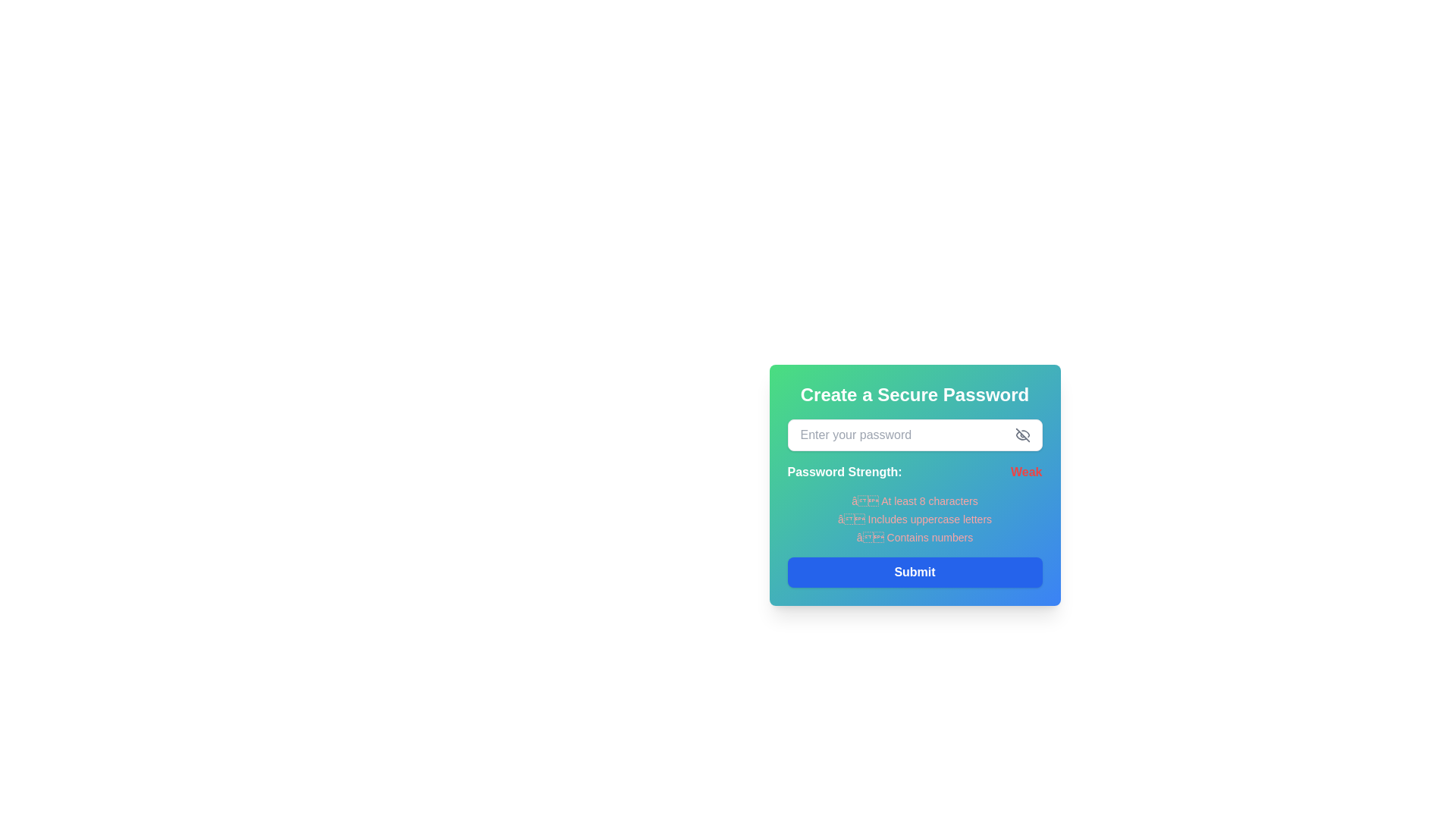 This screenshot has width=1456, height=819. Describe the element at coordinates (1022, 435) in the screenshot. I see `the visibility toggle button with a hidden eye icon, located to the far right of the password input field, to change its color` at that location.